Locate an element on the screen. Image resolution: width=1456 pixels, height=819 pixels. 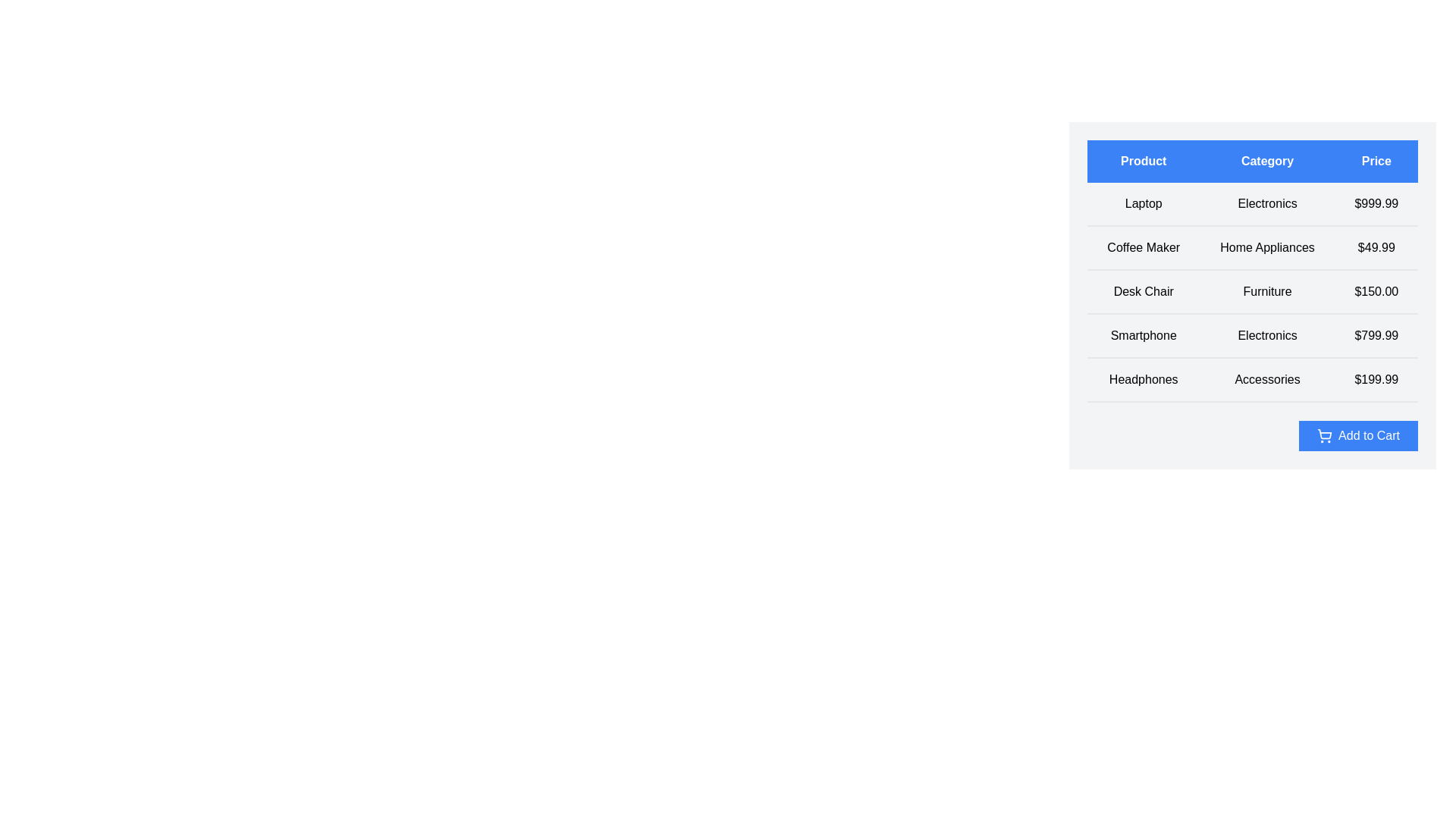
the price display for the product 'Smartphone' located in the fourth row of the table under the 'Price' column is located at coordinates (1376, 335).